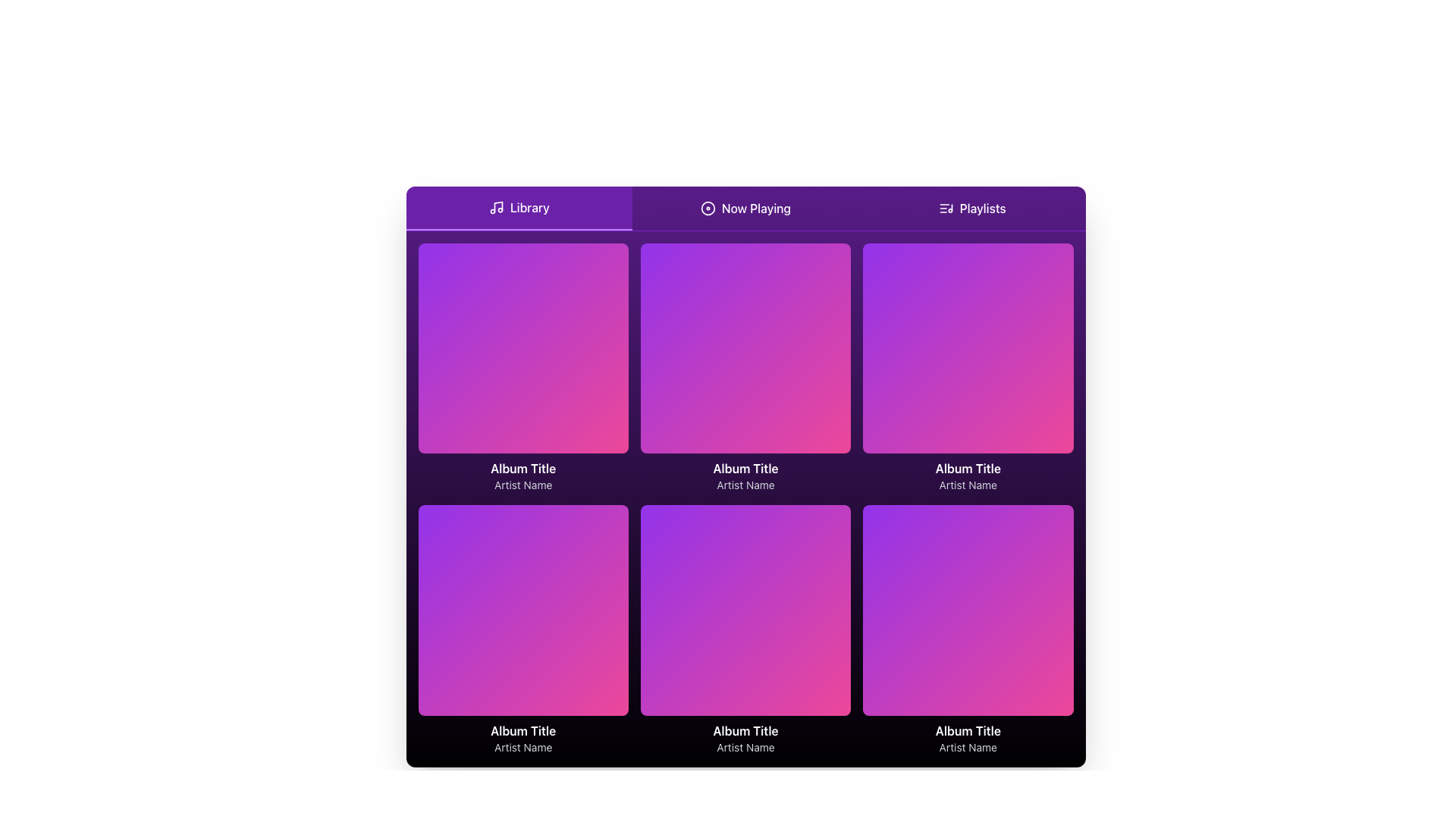  What do you see at coordinates (523, 737) in the screenshot?
I see `text information displayed in the album's title and artist section located at the bottom row of a 3x2 grid layout, centered under the gradient-filled square` at bounding box center [523, 737].